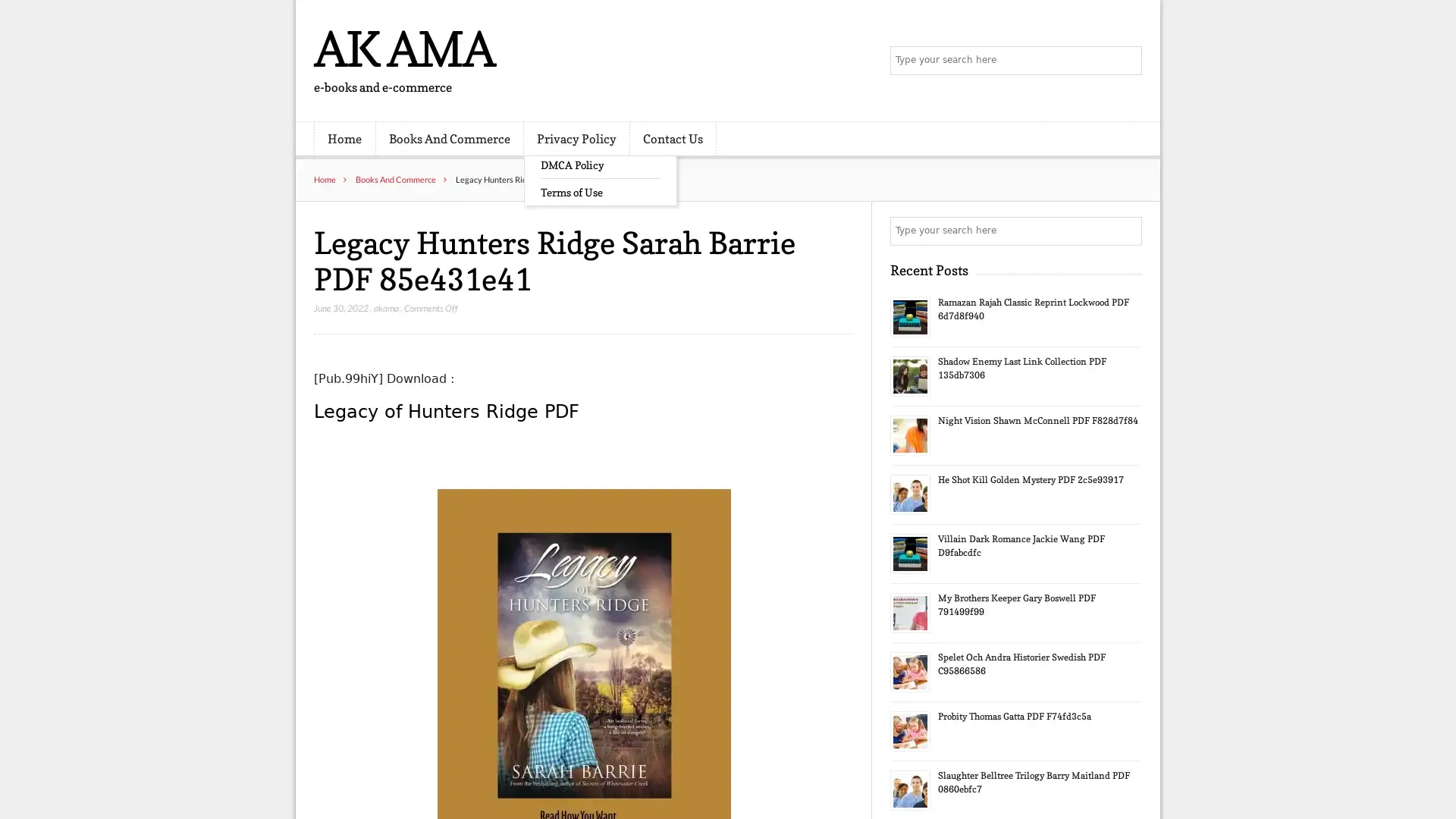  Describe the element at coordinates (1126, 231) in the screenshot. I see `Search` at that location.